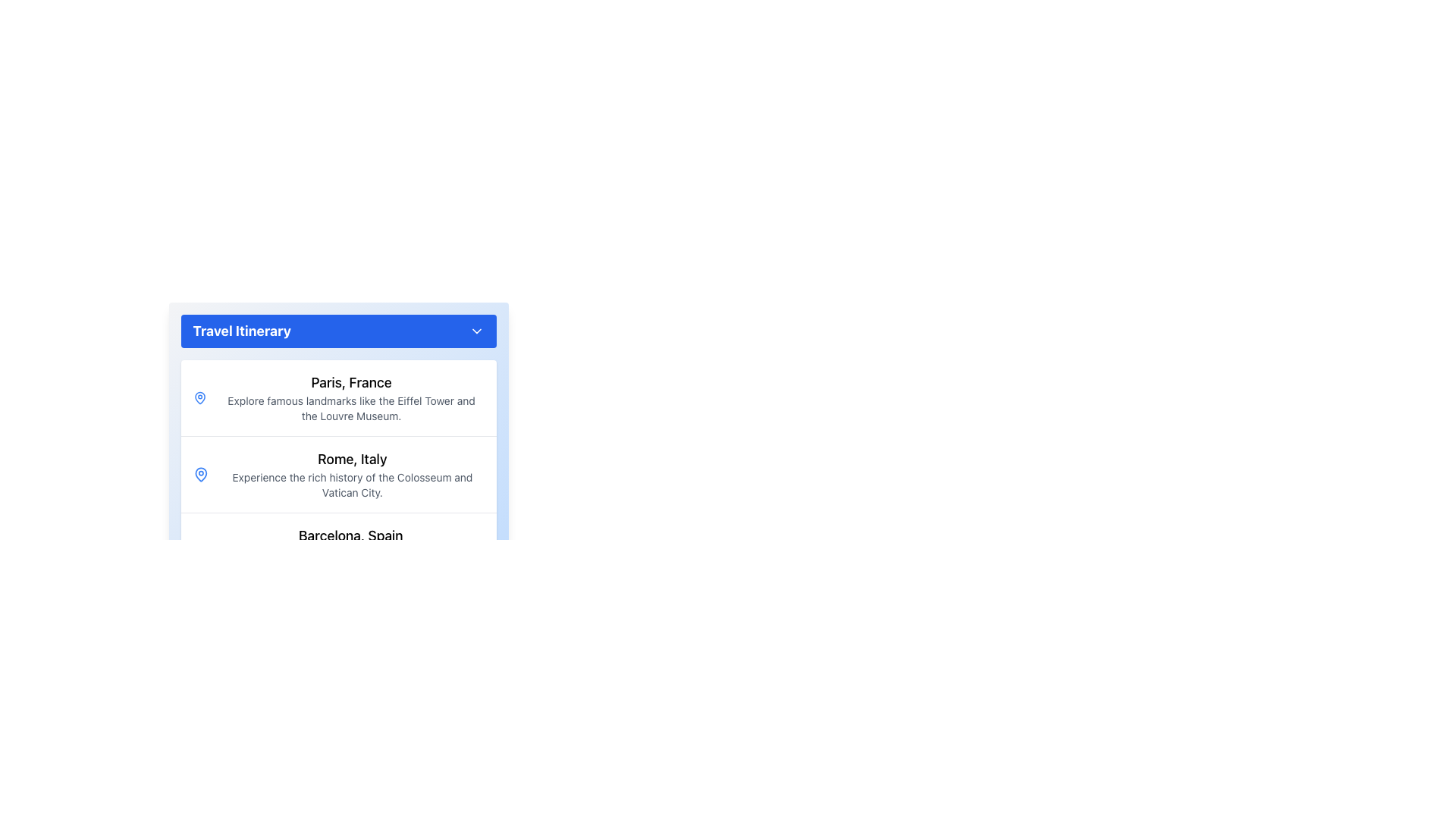 This screenshot has height=819, width=1456. I want to click on the third entry in the 'Travel Itinerary' list, which provides information about Barcelona, Spain, to interact with additional related actions or navigation, so click(350, 551).